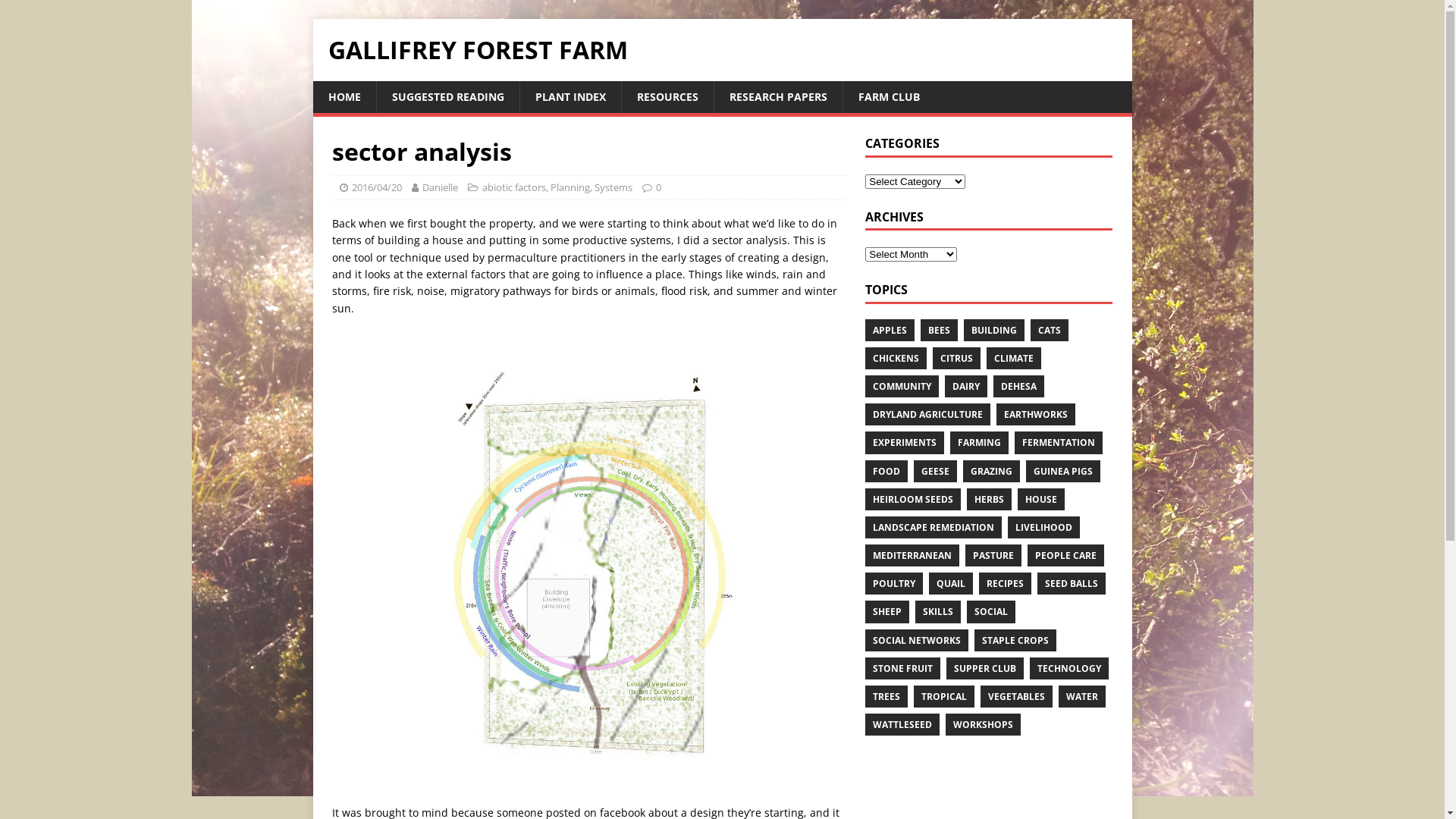 The width and height of the screenshot is (1456, 819). What do you see at coordinates (720, 49) in the screenshot?
I see `'GALLIFREY FOREST FARM'` at bounding box center [720, 49].